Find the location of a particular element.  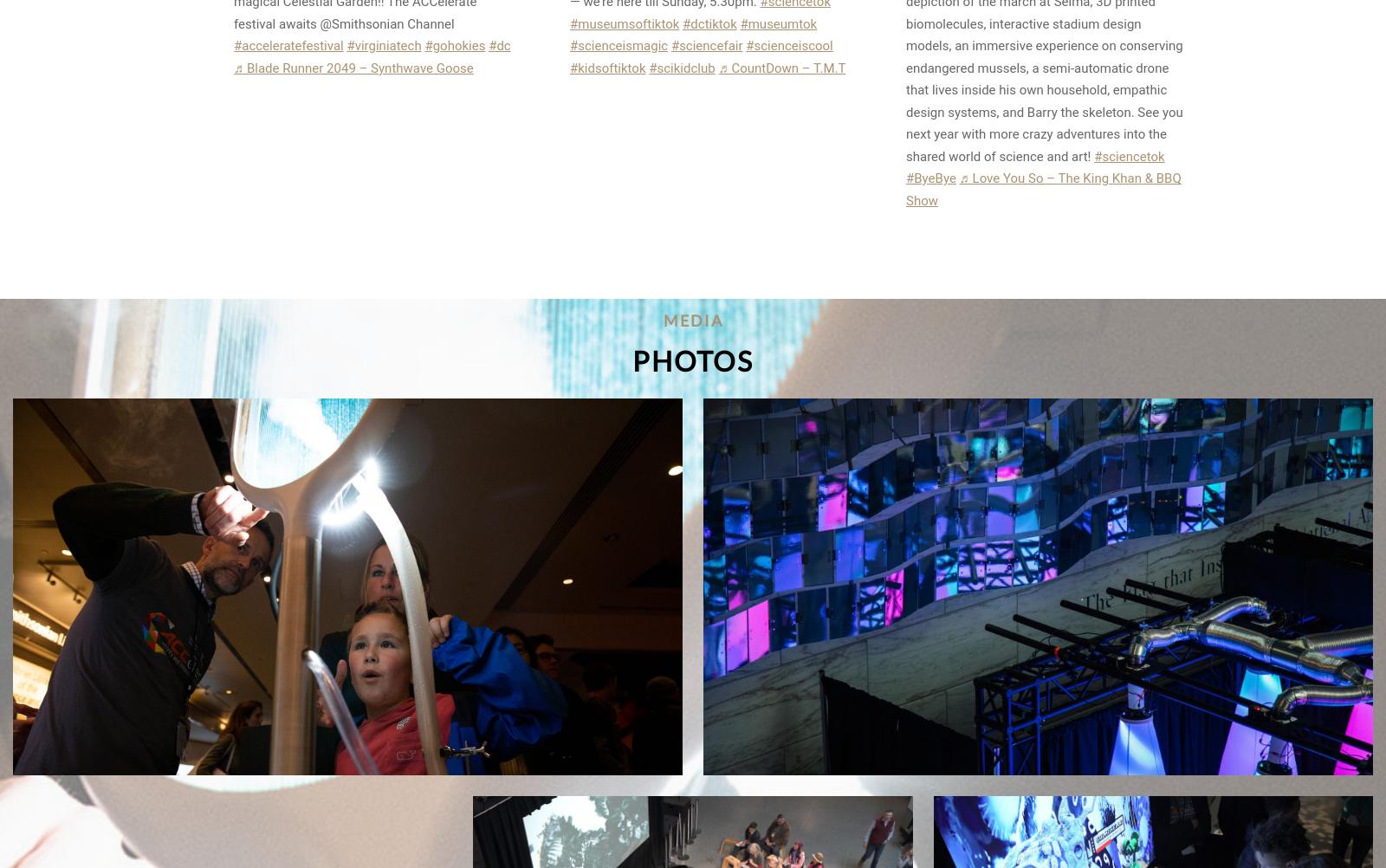

'#gohokies' is located at coordinates (453, 46).